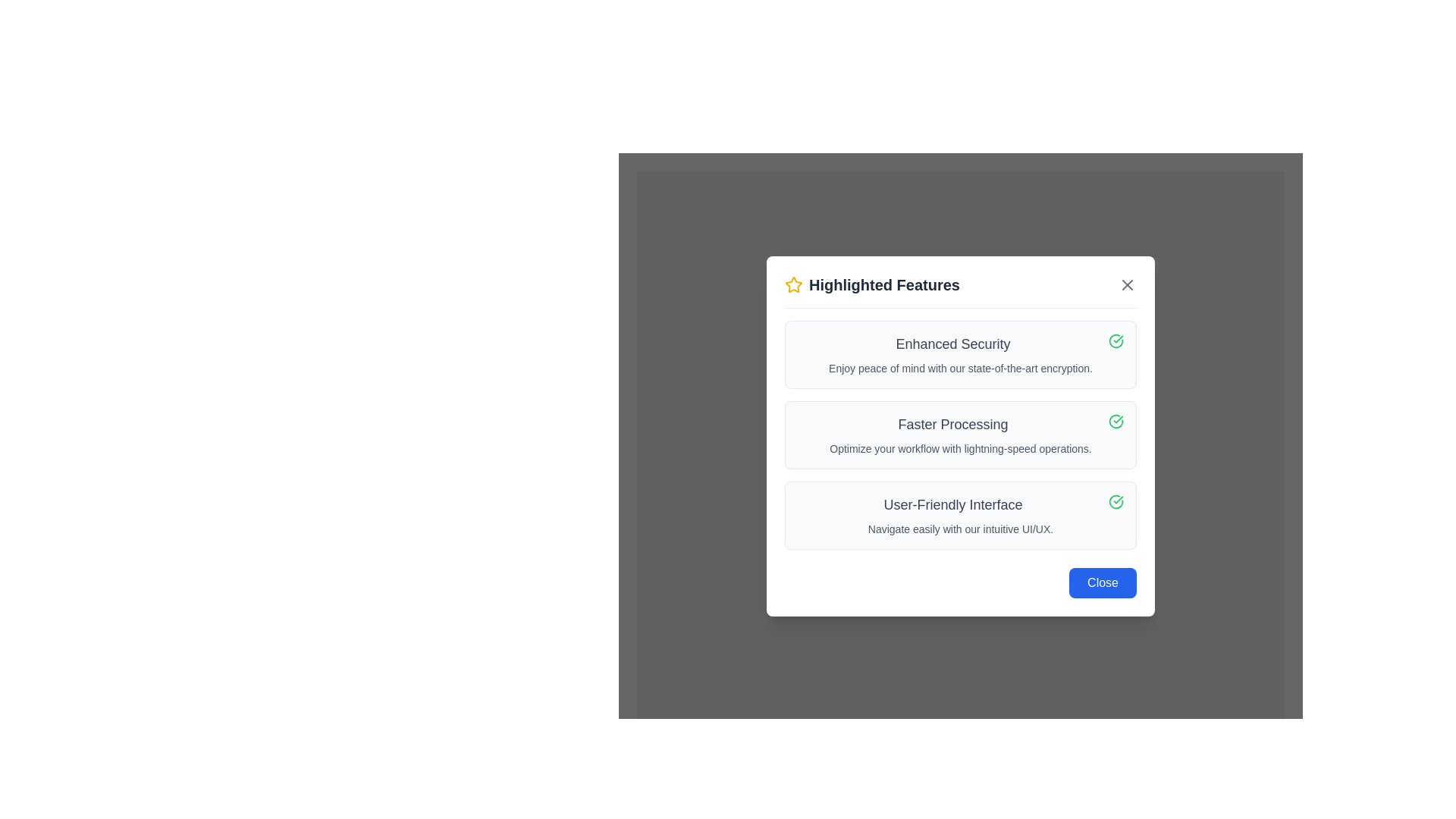  What do you see at coordinates (960, 447) in the screenshot?
I see `the descriptive subtitle located below the header 'Faster Processing' within the second section card that provides additional information about workflow optimization and operational efficiency` at bounding box center [960, 447].